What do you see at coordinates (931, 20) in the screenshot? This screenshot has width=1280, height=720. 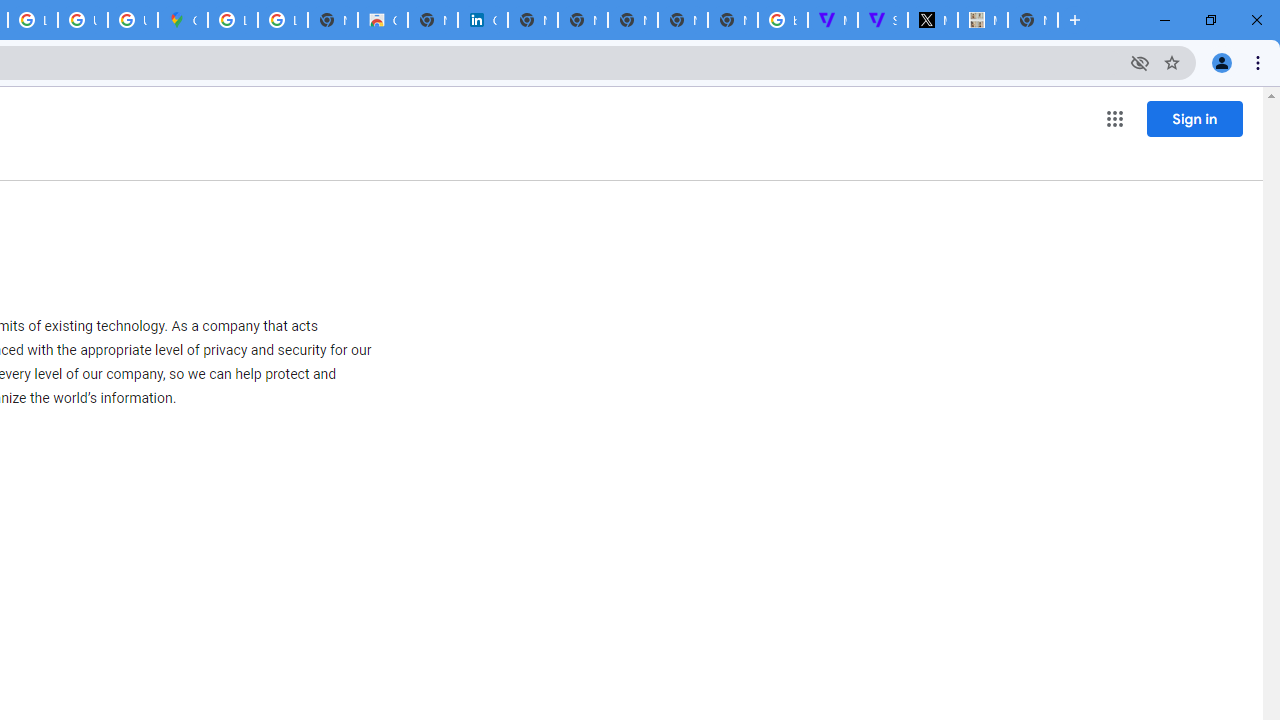 I see `'Miley Cyrus (@MileyCyrus) / X'` at bounding box center [931, 20].